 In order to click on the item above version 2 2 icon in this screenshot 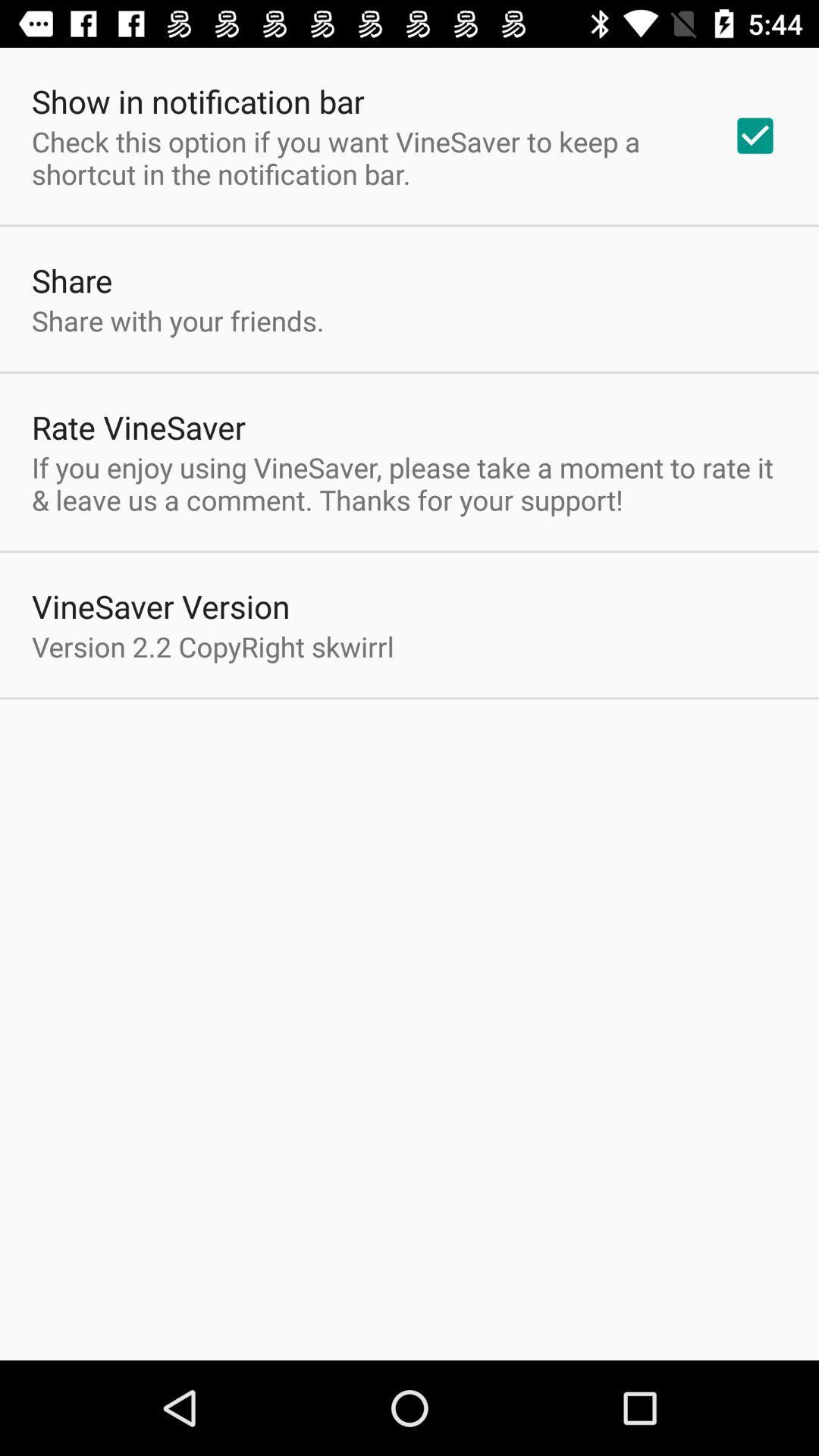, I will do `click(161, 605)`.